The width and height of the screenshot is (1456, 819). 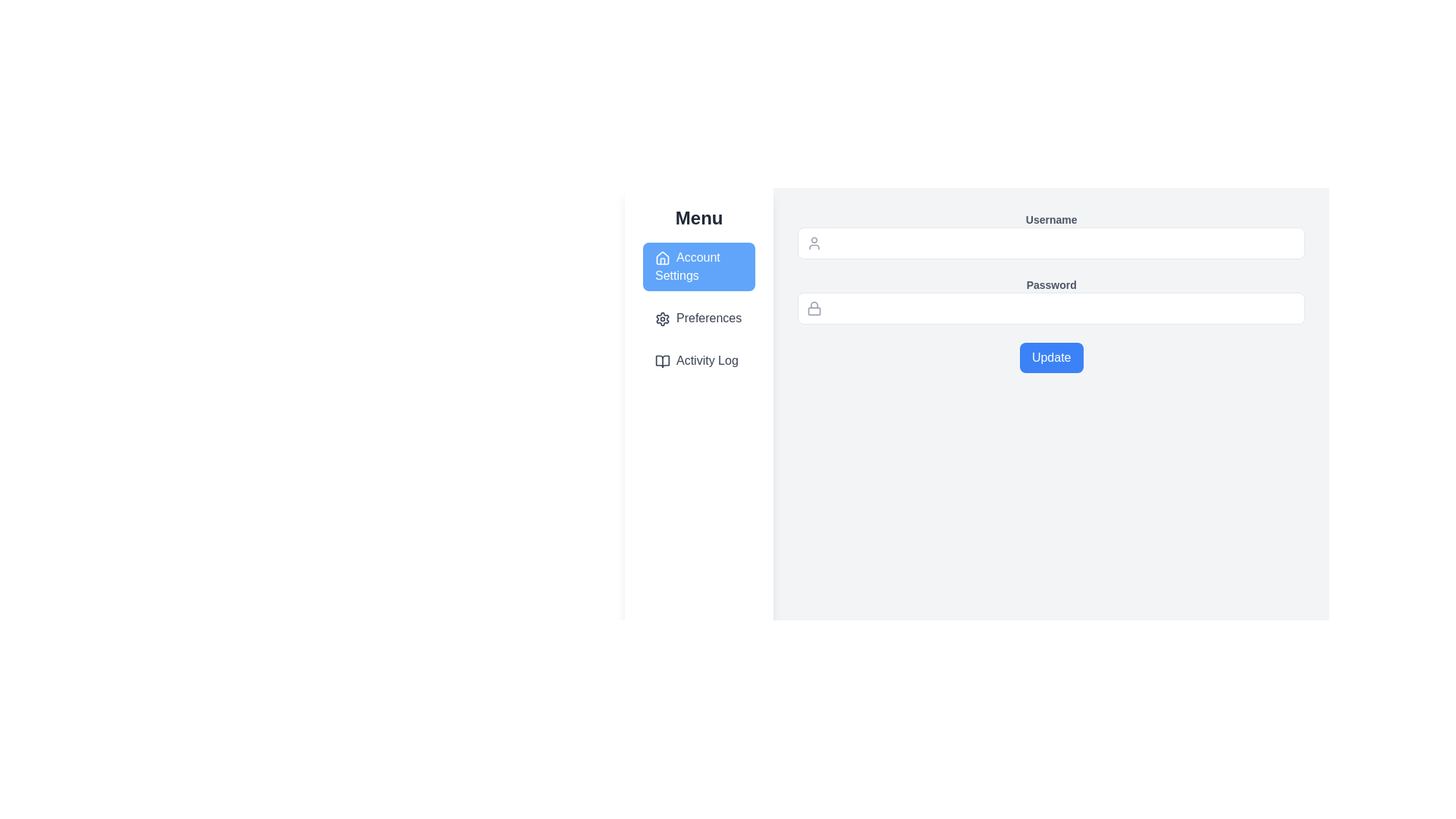 What do you see at coordinates (698, 309) in the screenshot?
I see `the 'Preferences' text in the vertical navigation menu` at bounding box center [698, 309].